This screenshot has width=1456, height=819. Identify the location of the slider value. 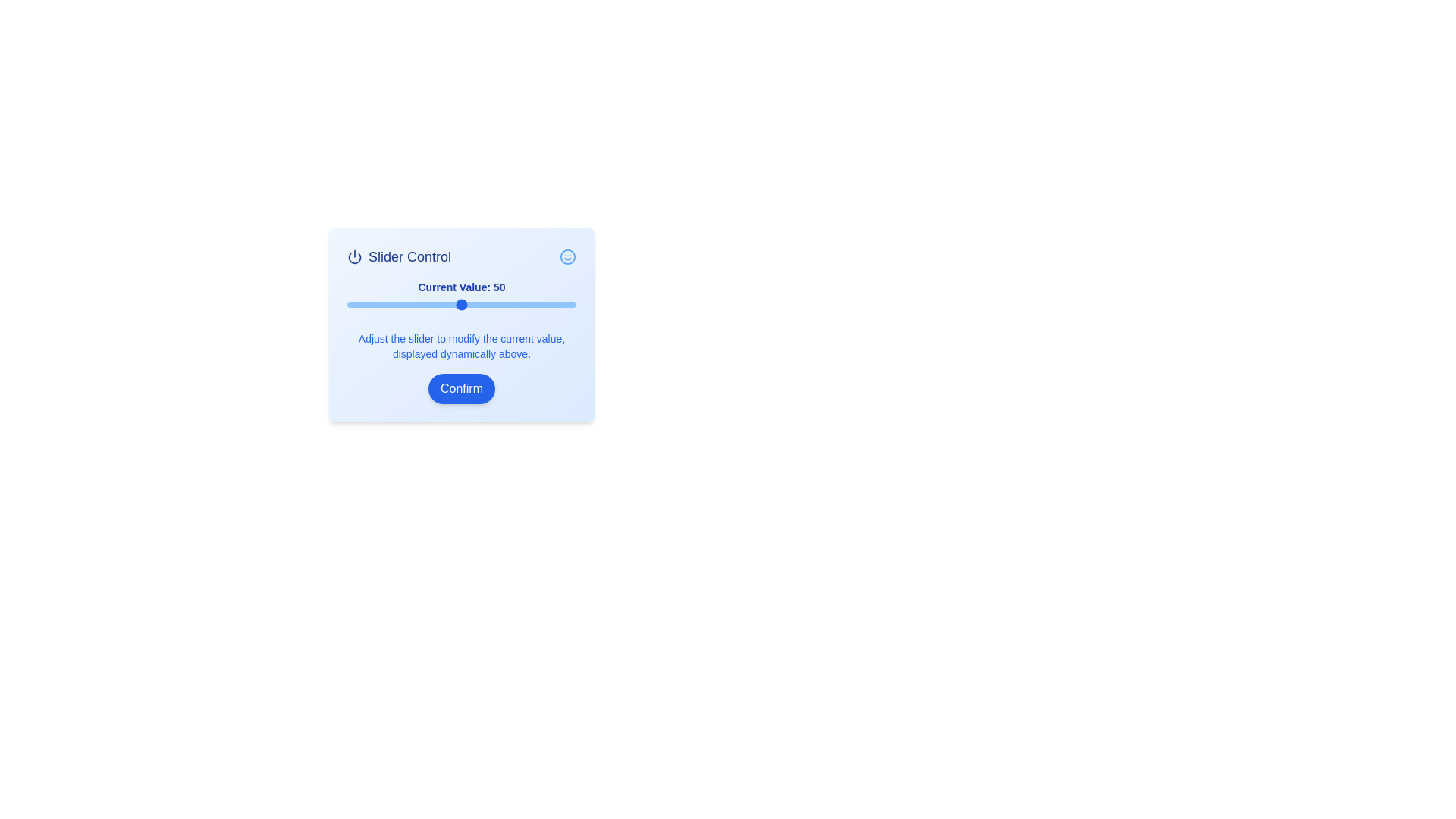
(491, 304).